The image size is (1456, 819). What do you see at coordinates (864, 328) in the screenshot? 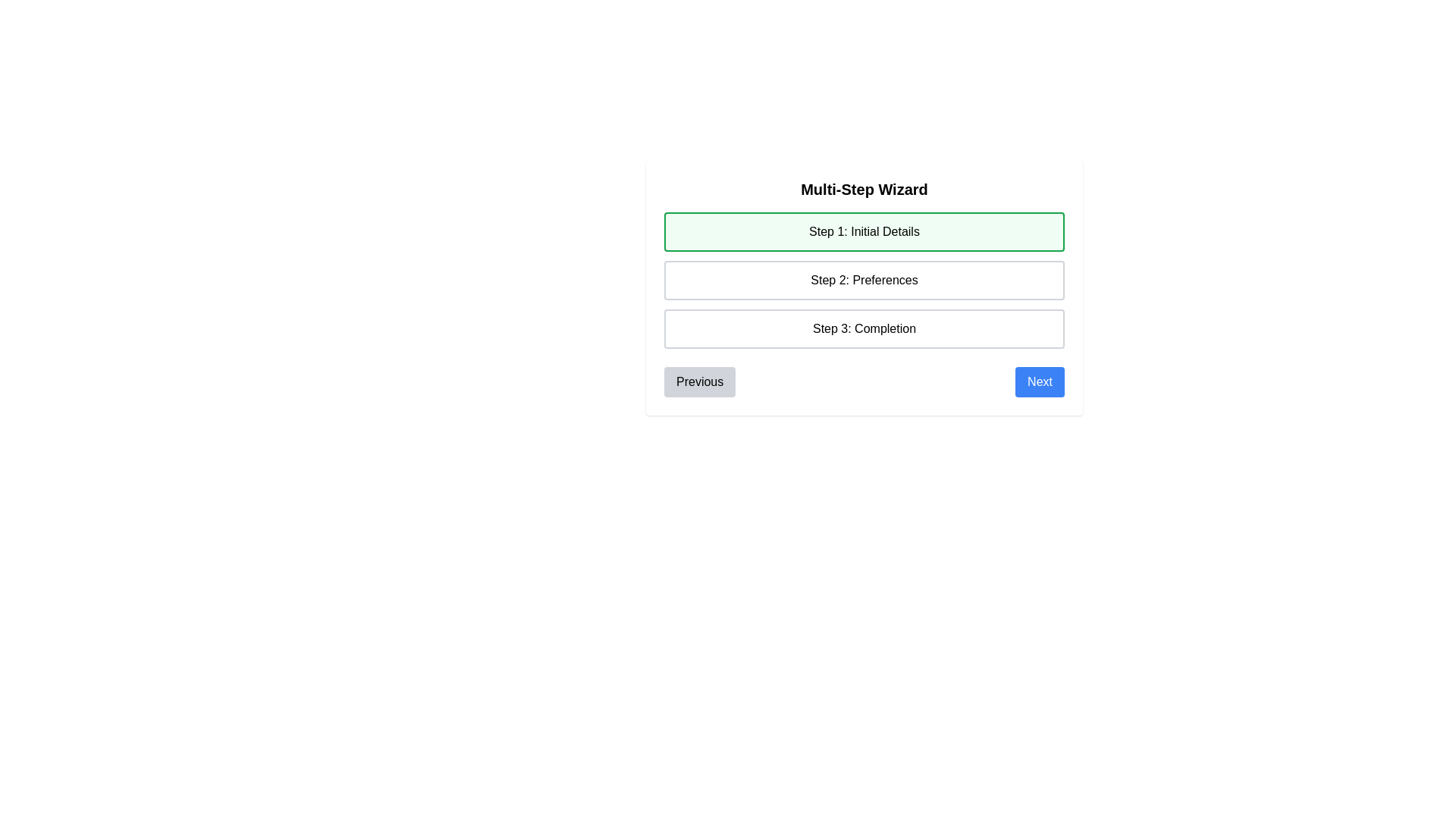
I see `the card labeled 'Step 3: Completion', which is styled as a rectangular UI component with a border and contains center-aligned text in a sans-serif font` at bounding box center [864, 328].